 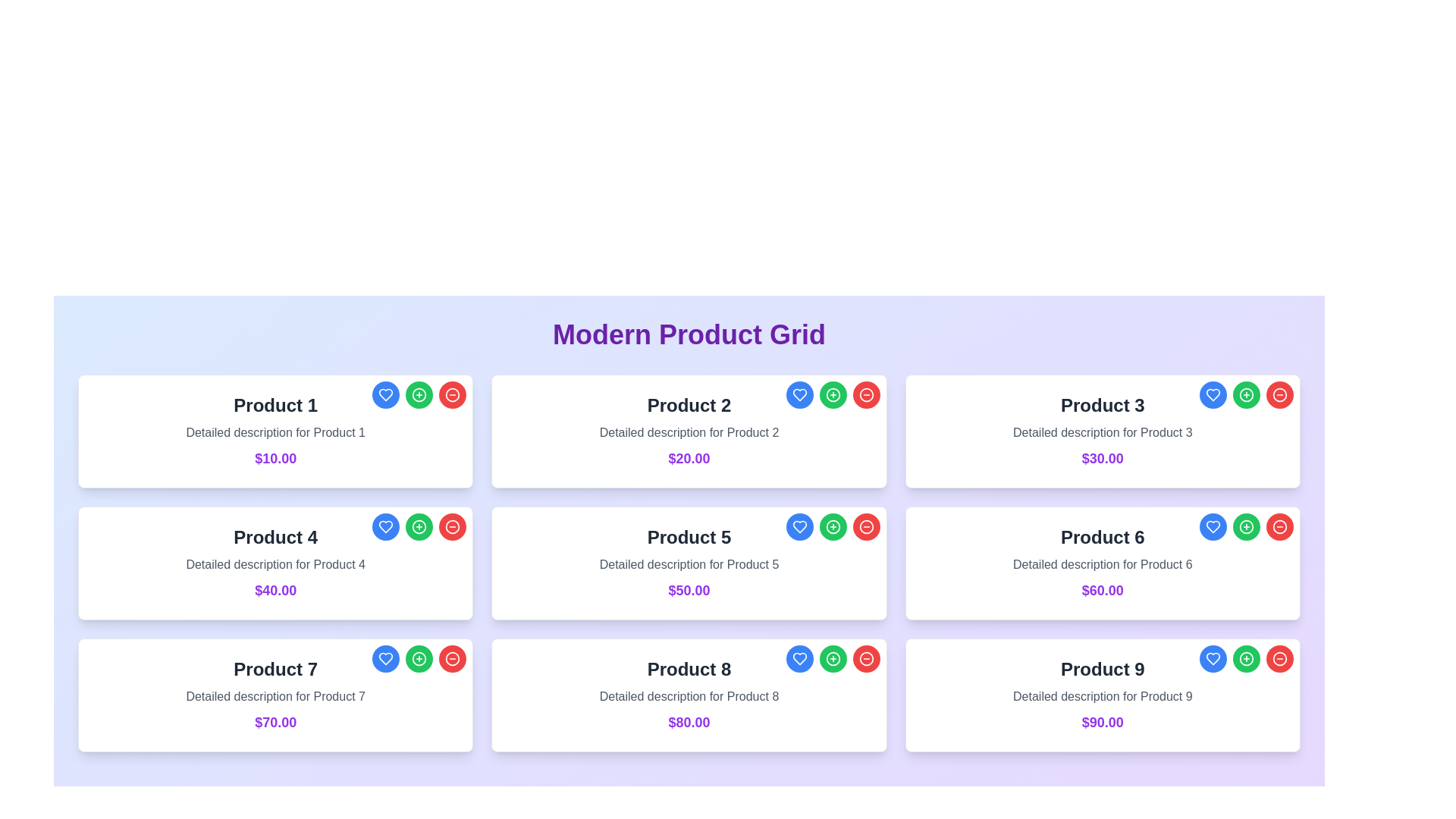 What do you see at coordinates (275, 458) in the screenshot?
I see `price label located in the card for 'Product 1', which is positioned below the product name and description in the first column and first row of the grid layout` at bounding box center [275, 458].